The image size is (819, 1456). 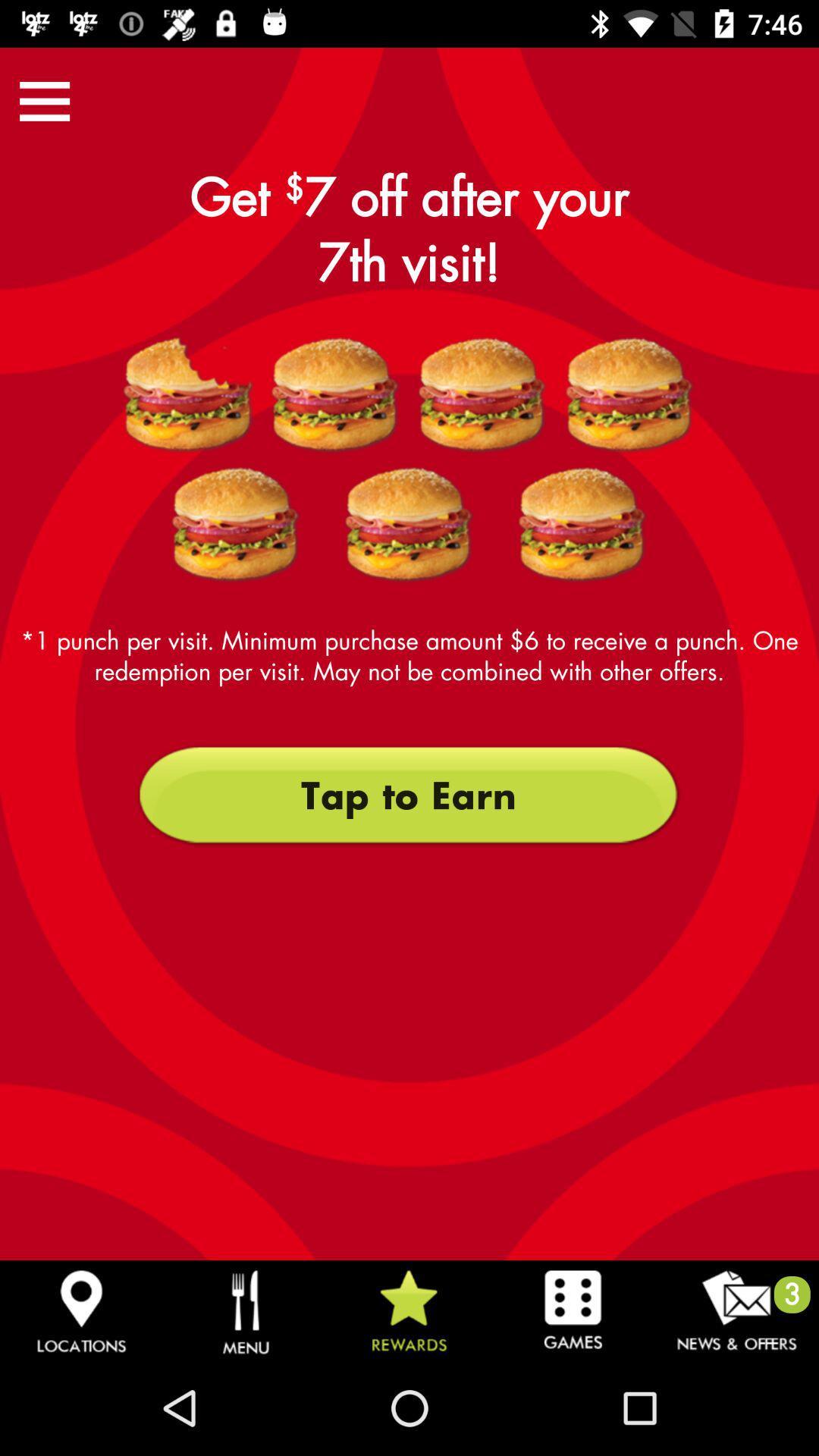 What do you see at coordinates (44, 100) in the screenshot?
I see `menu options` at bounding box center [44, 100].